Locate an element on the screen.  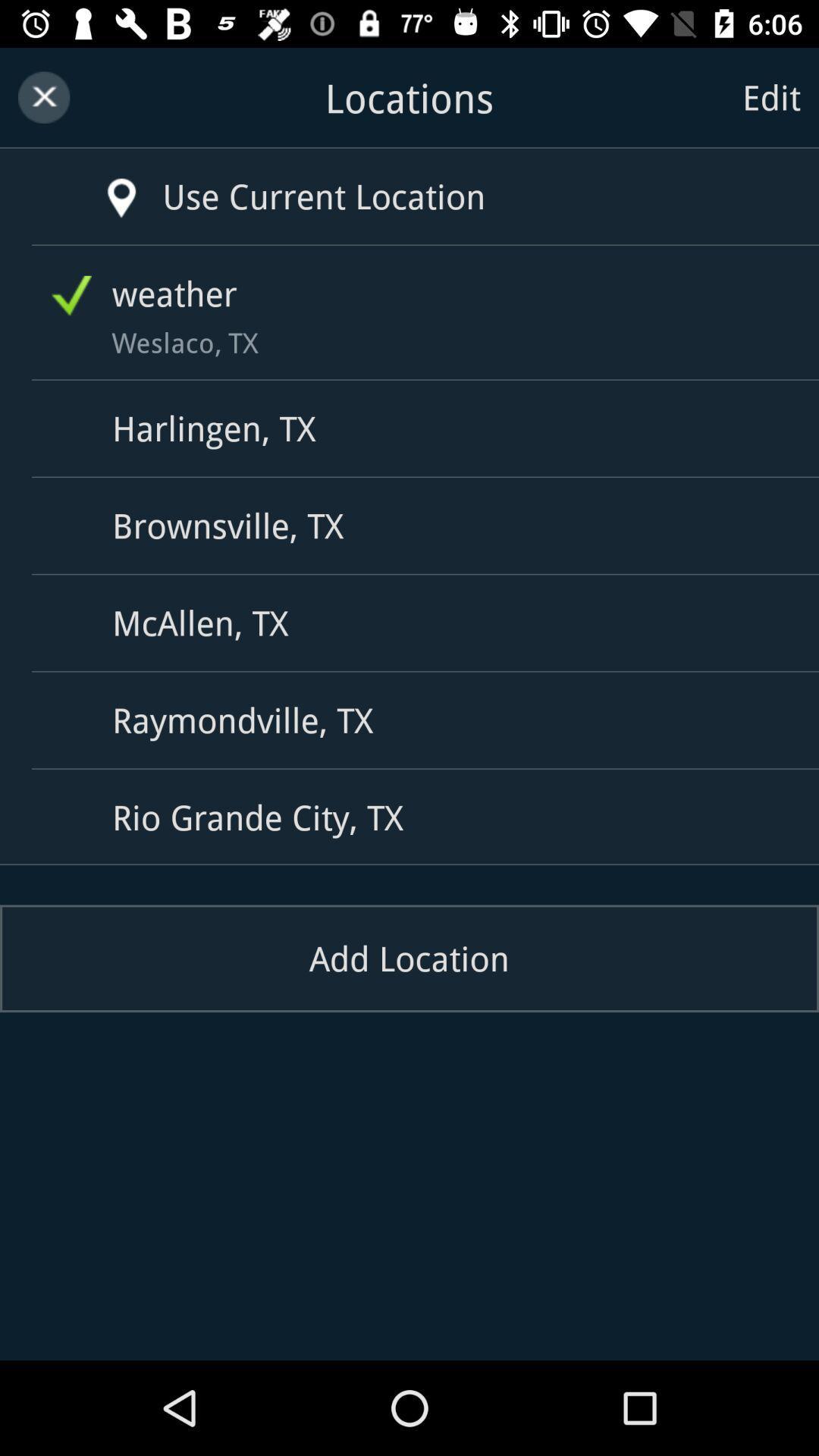
the symbol which is to the left side of the weather is located at coordinates (71, 295).